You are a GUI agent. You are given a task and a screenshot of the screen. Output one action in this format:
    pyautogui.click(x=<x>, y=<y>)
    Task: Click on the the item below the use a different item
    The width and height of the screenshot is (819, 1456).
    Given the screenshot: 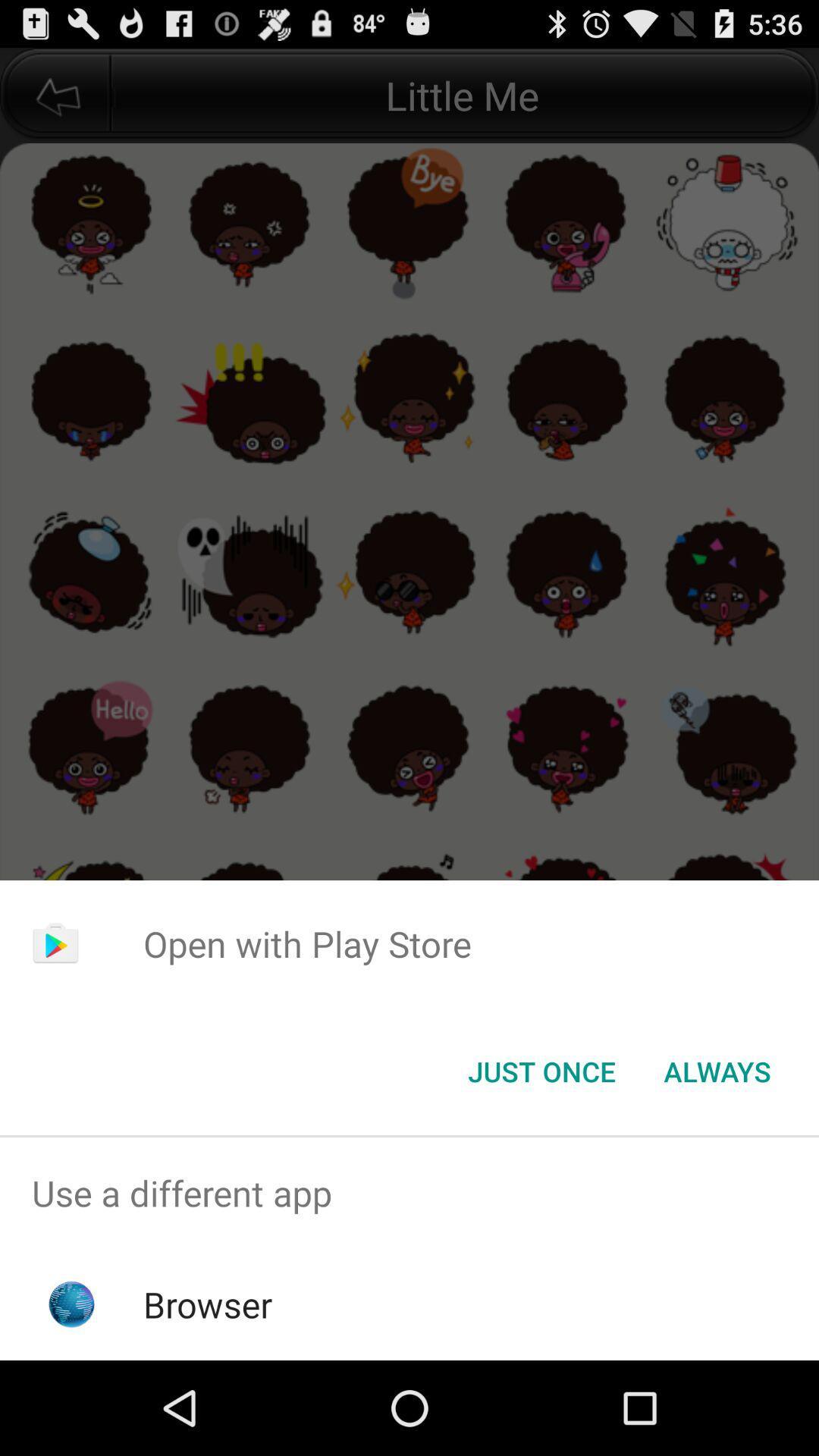 What is the action you would take?
    pyautogui.click(x=208, y=1304)
    